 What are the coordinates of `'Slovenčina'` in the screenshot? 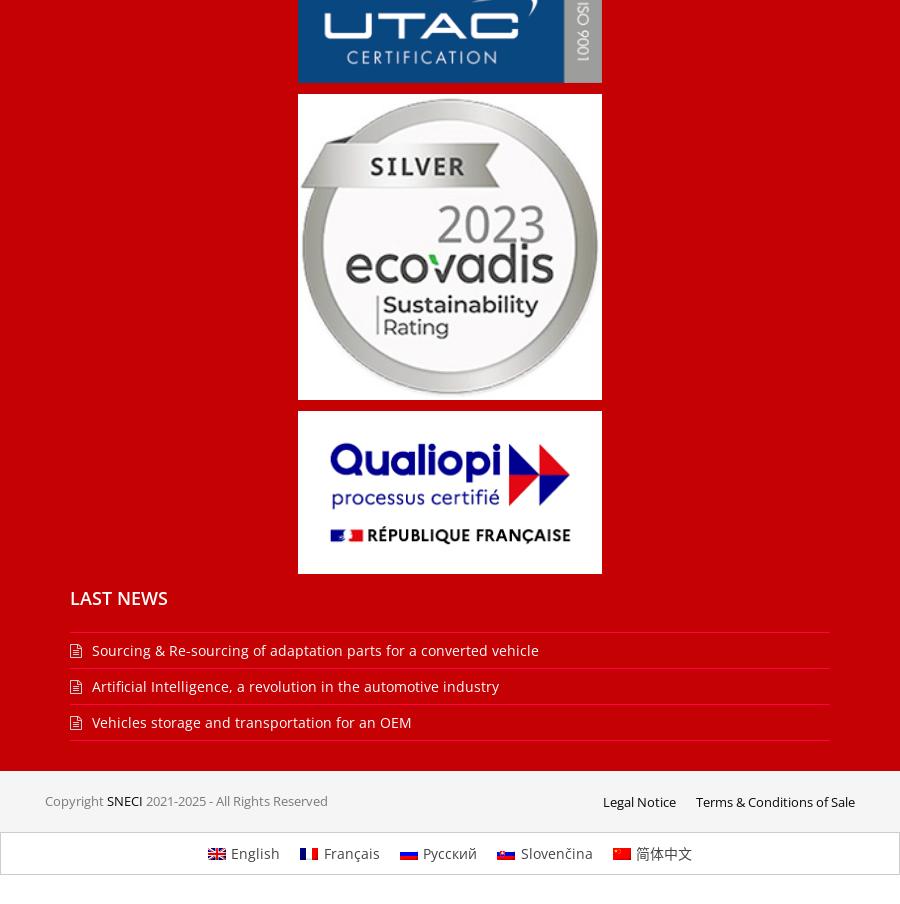 It's located at (555, 852).